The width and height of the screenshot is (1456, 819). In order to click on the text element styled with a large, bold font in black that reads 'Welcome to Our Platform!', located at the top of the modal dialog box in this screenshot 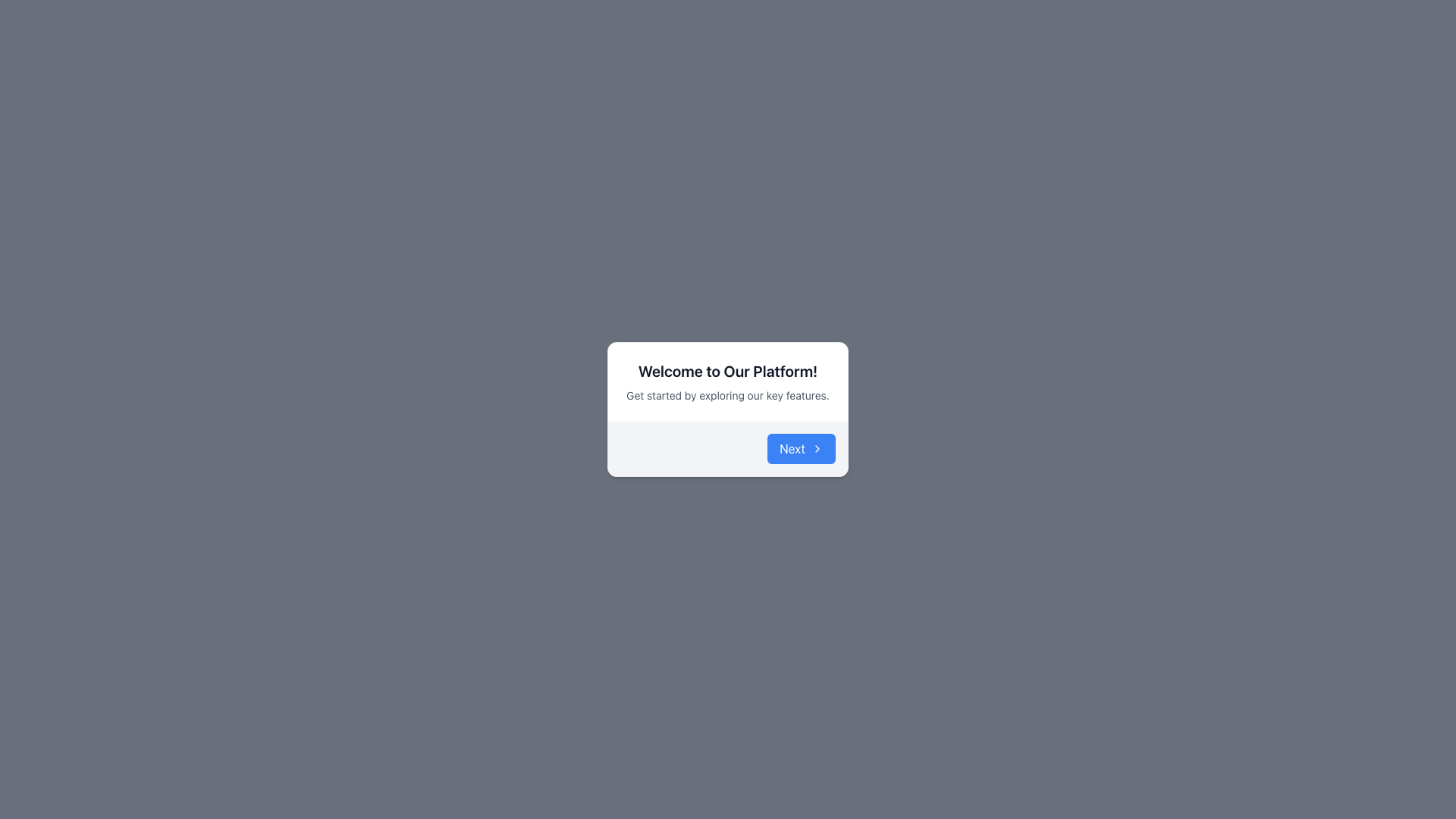, I will do `click(728, 371)`.